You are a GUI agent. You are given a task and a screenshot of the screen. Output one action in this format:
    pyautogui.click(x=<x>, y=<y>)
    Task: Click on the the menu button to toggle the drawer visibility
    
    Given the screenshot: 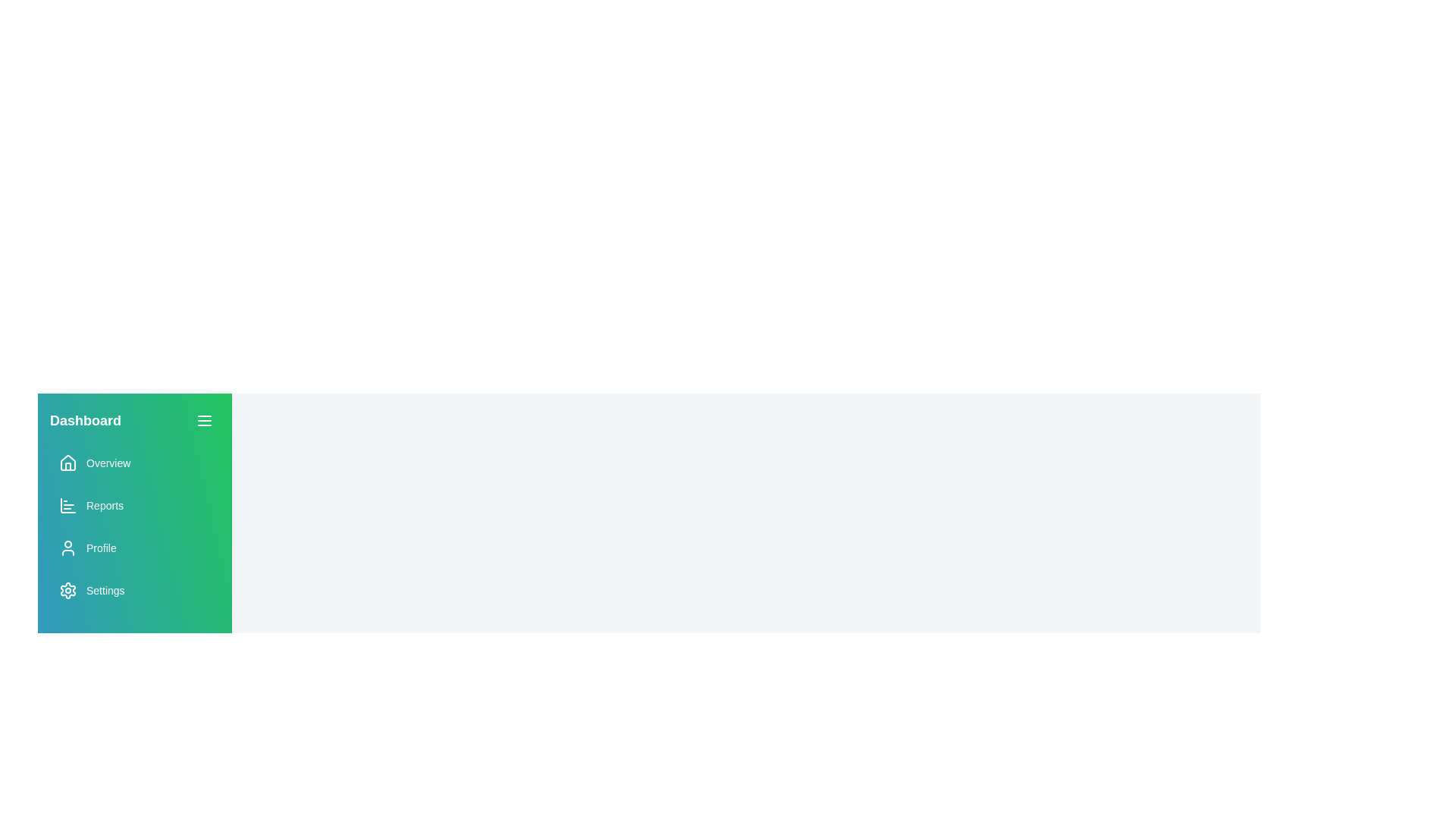 What is the action you would take?
    pyautogui.click(x=203, y=421)
    